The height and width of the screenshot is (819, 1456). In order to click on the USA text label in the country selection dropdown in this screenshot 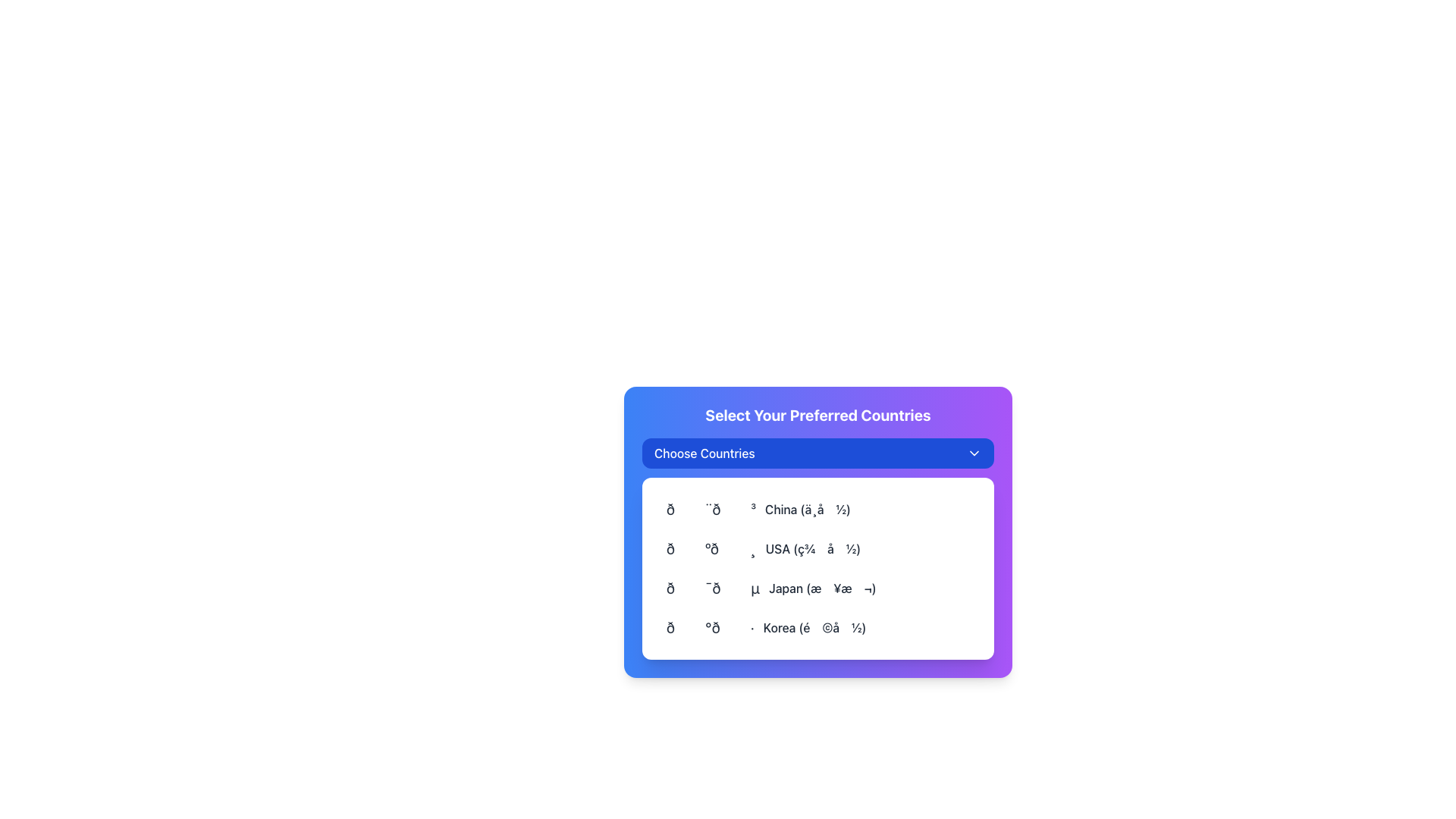, I will do `click(812, 549)`.